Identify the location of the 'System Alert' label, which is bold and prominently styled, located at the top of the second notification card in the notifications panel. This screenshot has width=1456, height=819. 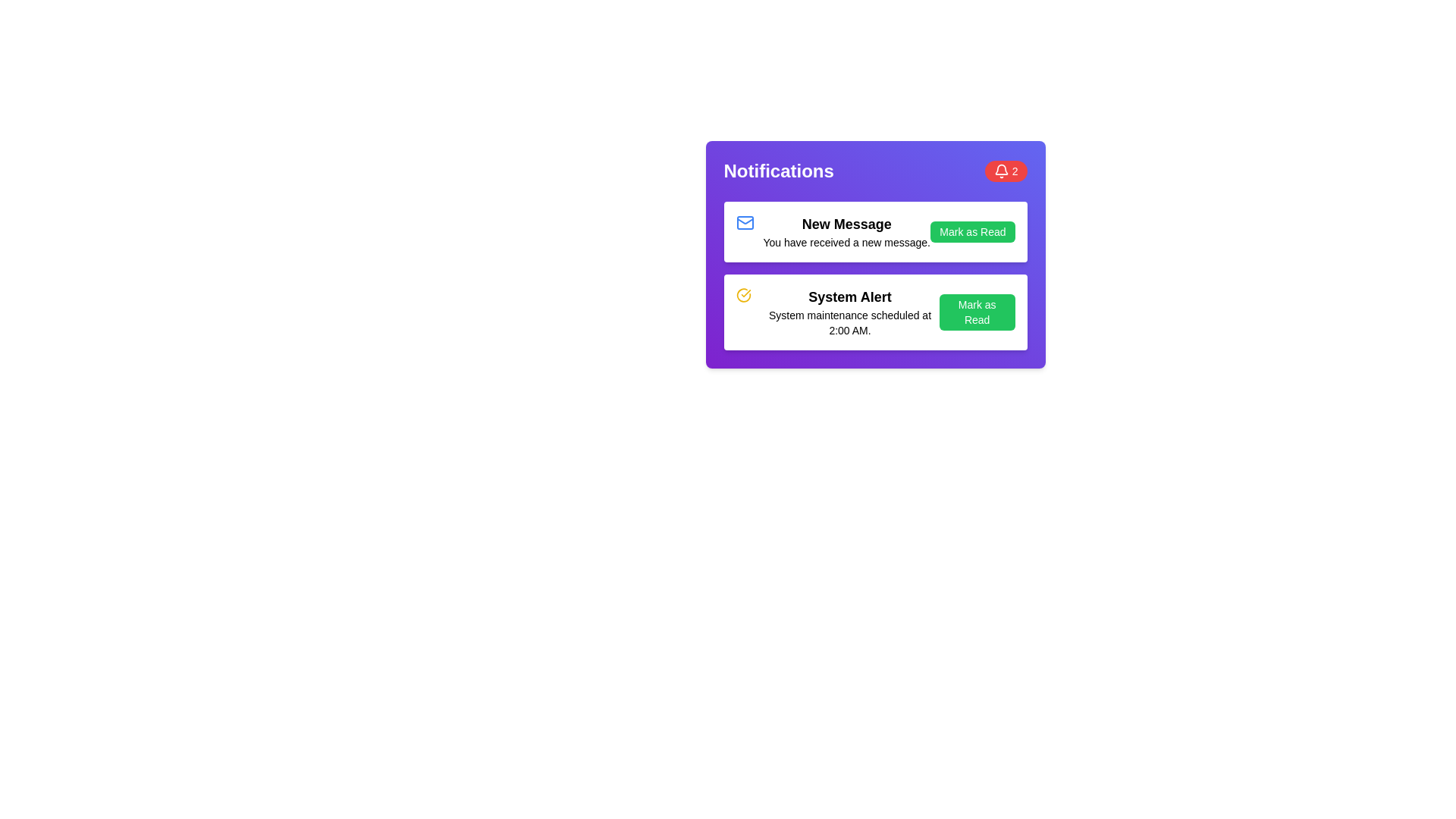
(850, 297).